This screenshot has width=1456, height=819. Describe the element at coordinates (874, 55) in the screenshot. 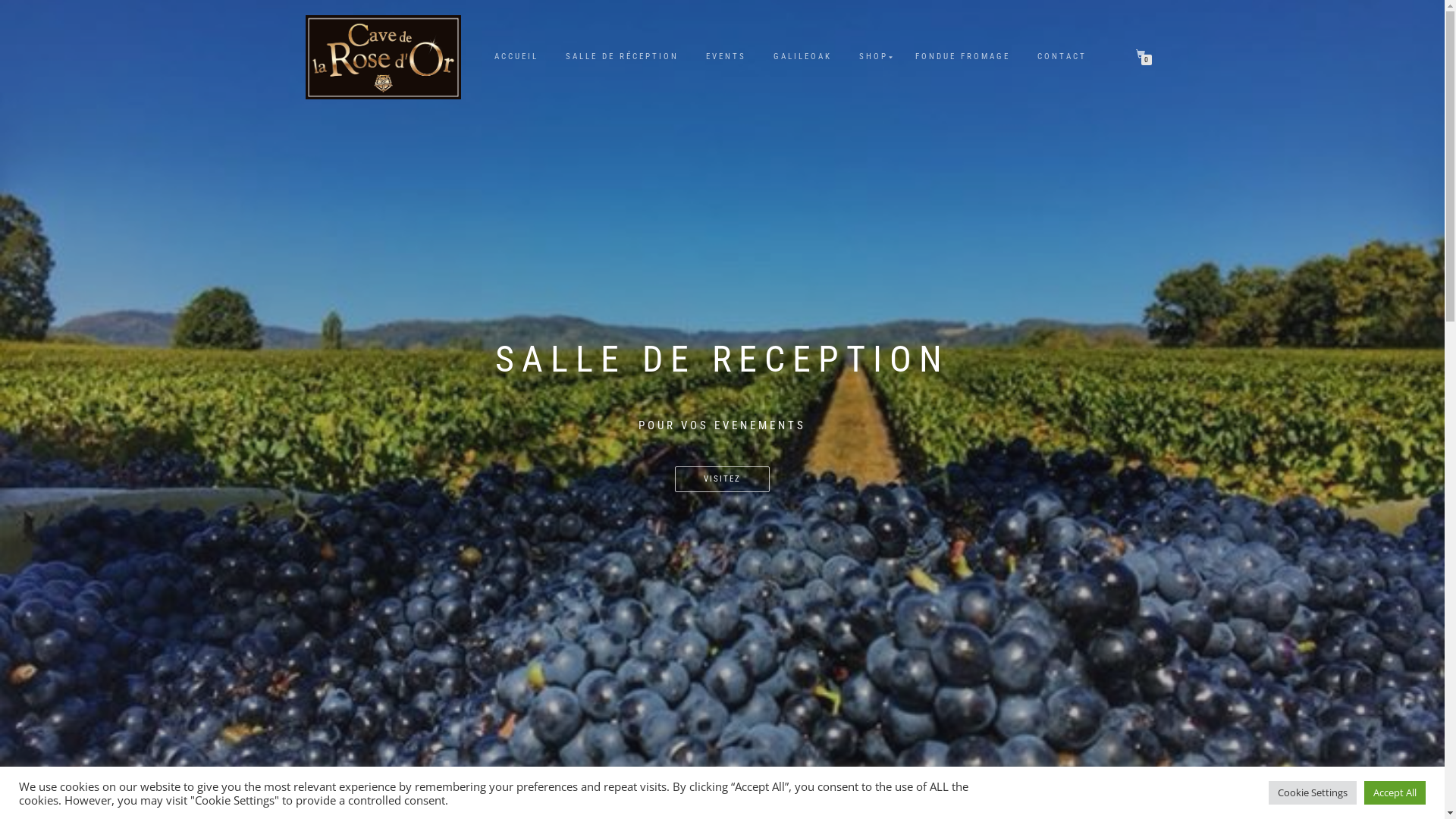

I see `'SHOP'` at that location.